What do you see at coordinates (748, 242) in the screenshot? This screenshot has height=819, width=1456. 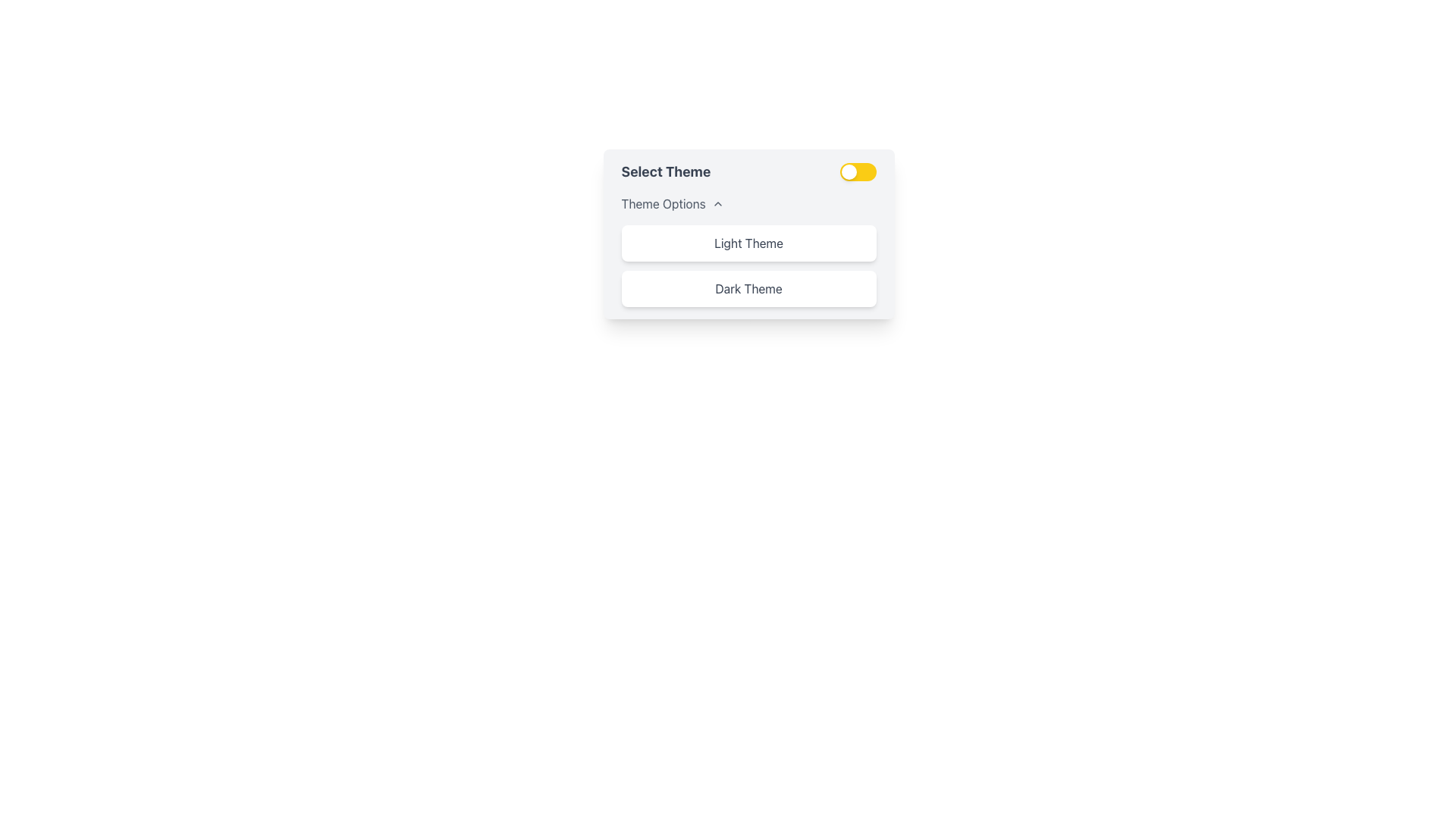 I see `the 'Light Theme' button, which is a rectangular button with rounded corners located beneath the 'Theme Options' label and above the 'Dark Theme' button` at bounding box center [748, 242].